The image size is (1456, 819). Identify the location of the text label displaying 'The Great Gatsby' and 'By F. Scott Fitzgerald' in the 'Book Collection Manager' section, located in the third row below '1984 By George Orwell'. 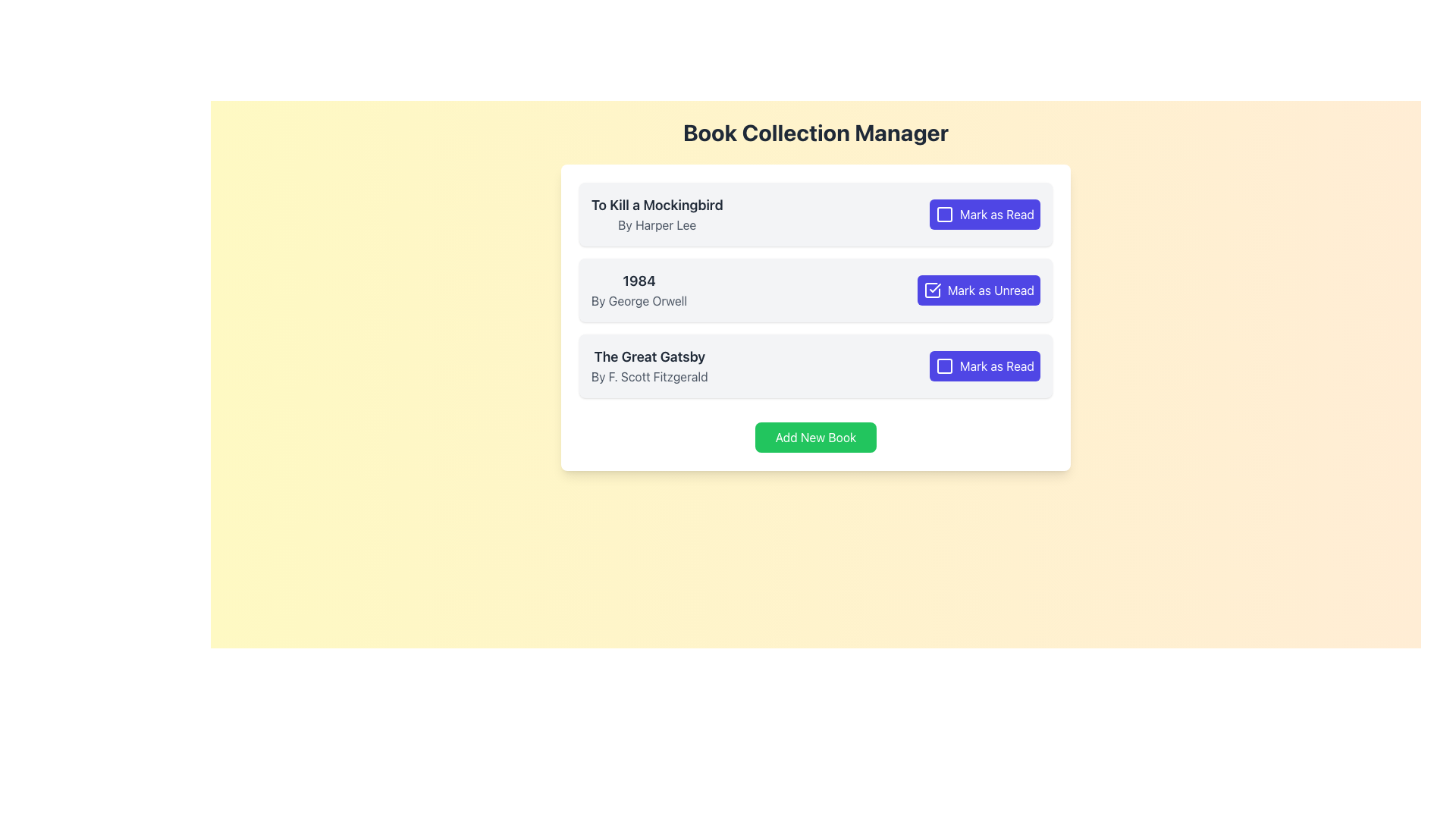
(649, 366).